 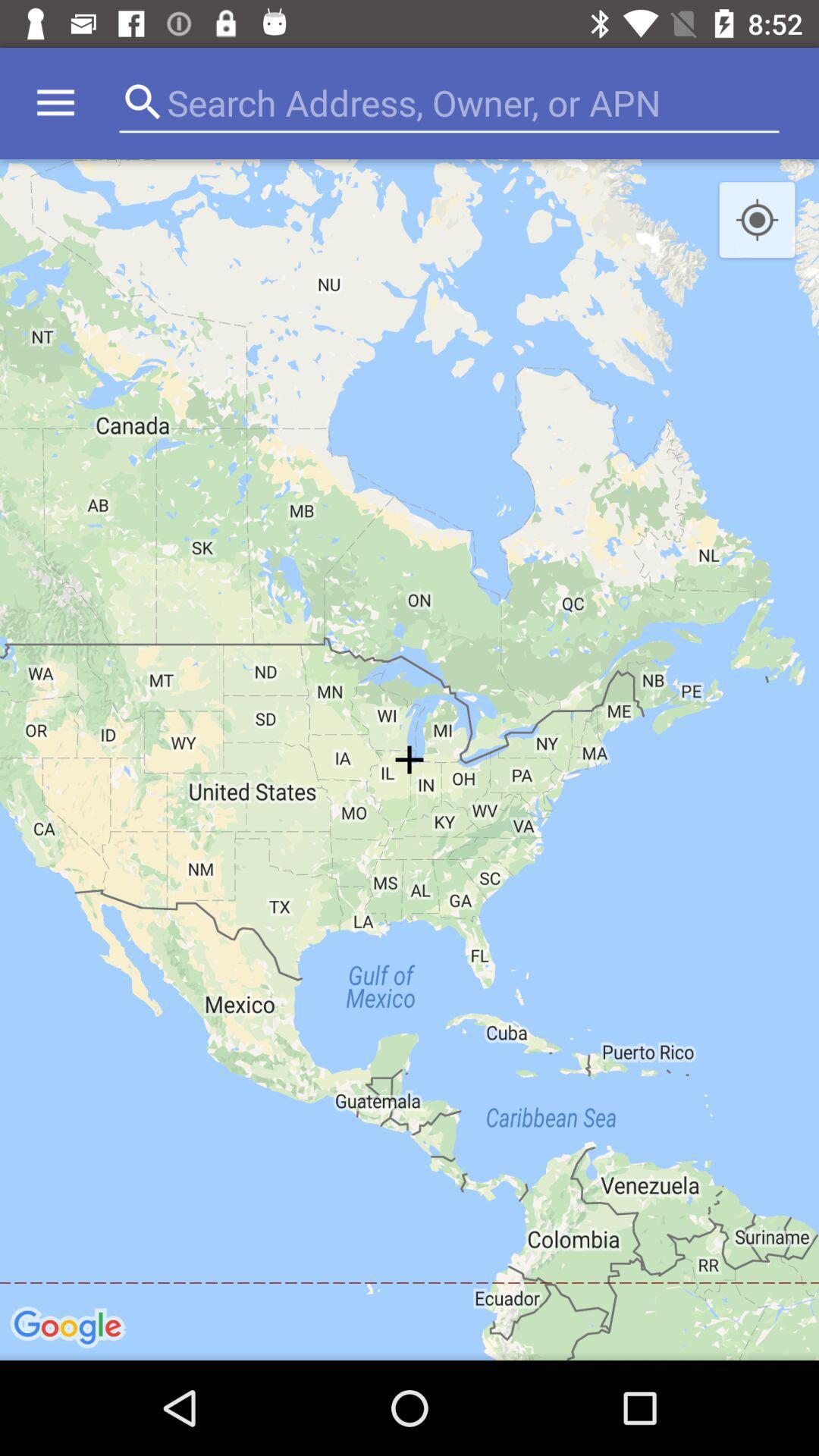 What do you see at coordinates (55, 102) in the screenshot?
I see `icon at the top left corner` at bounding box center [55, 102].